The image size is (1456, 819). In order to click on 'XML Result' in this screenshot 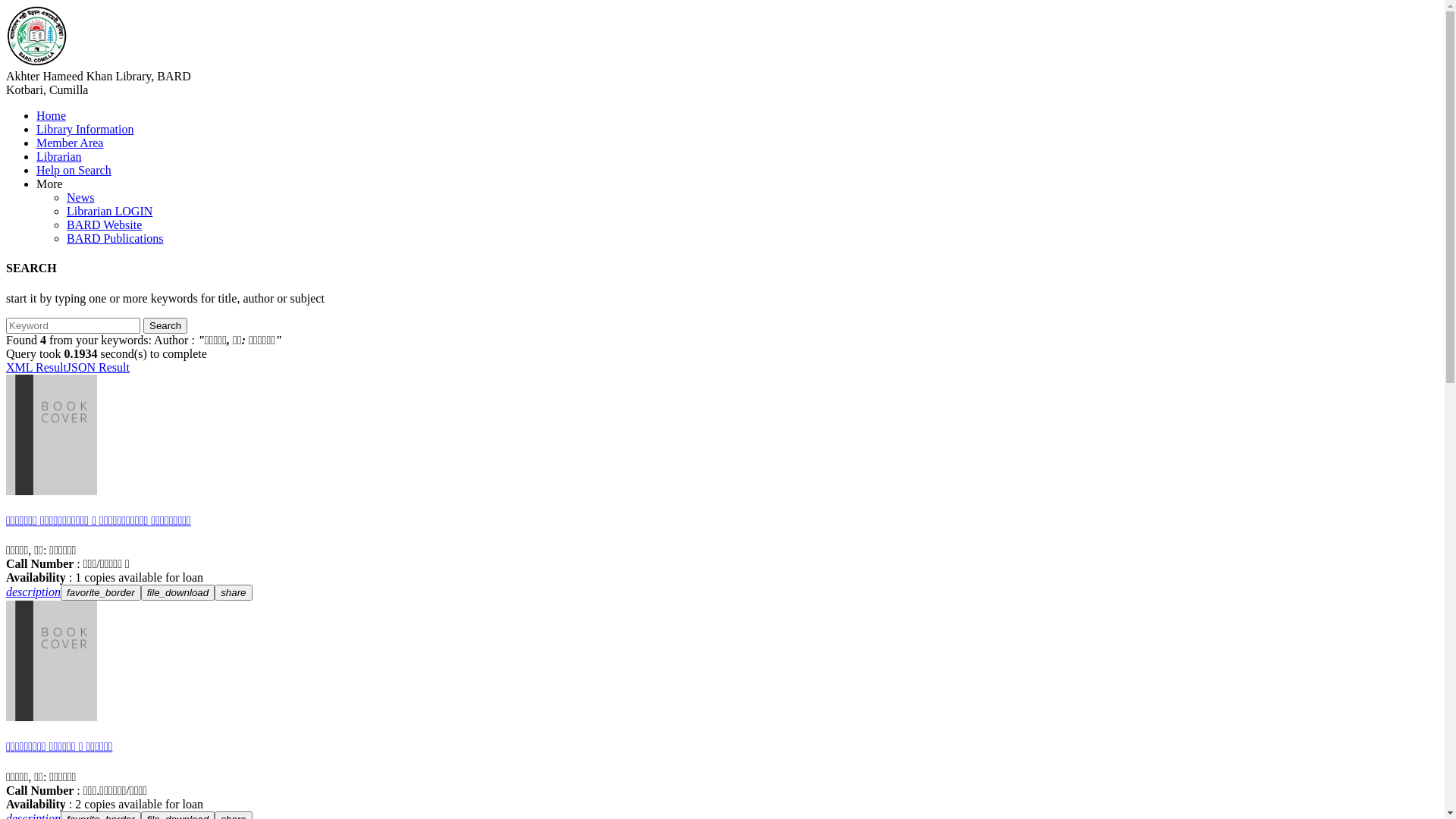, I will do `click(36, 367)`.